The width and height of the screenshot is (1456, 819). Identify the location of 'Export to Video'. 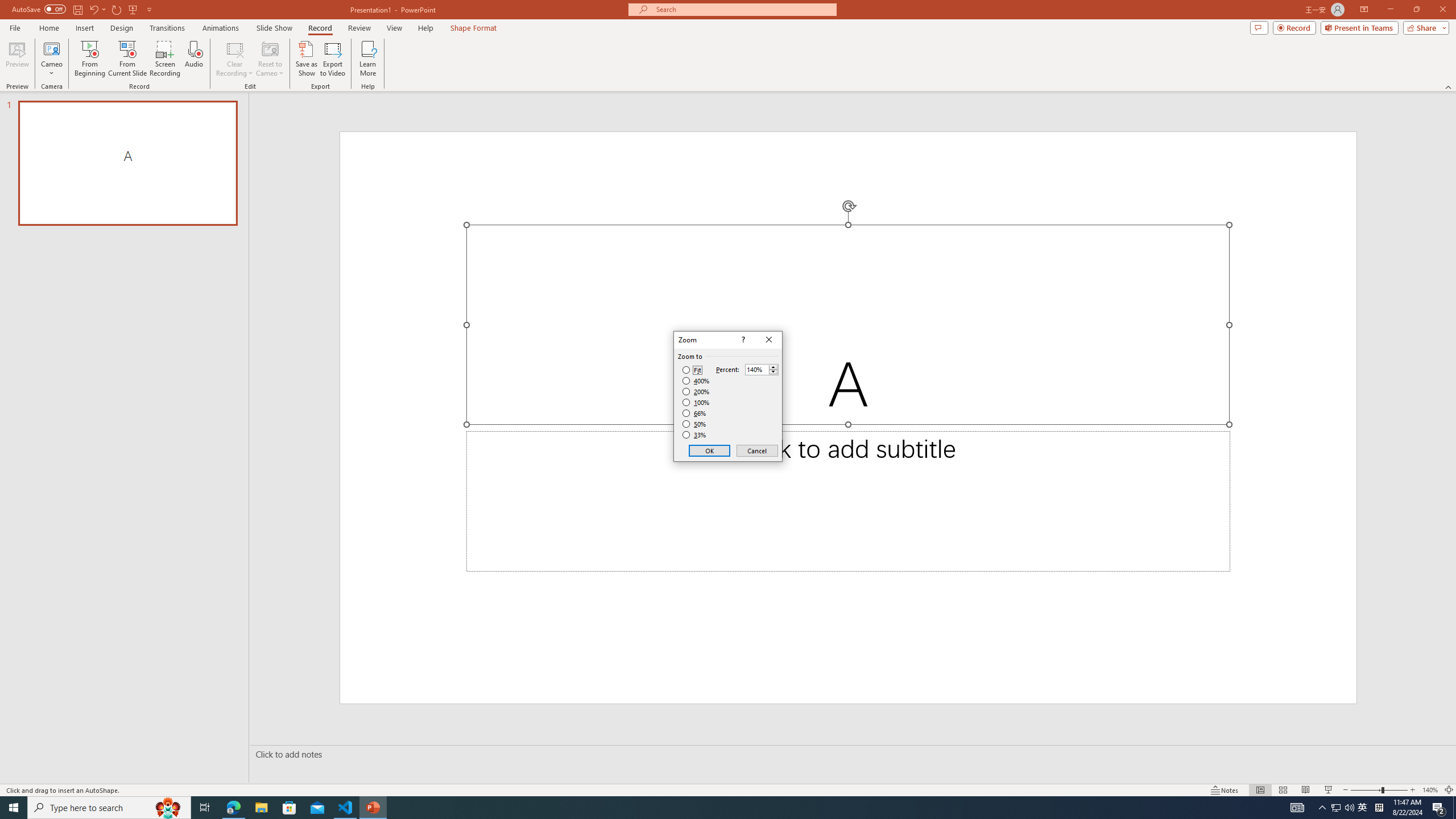
(332, 59).